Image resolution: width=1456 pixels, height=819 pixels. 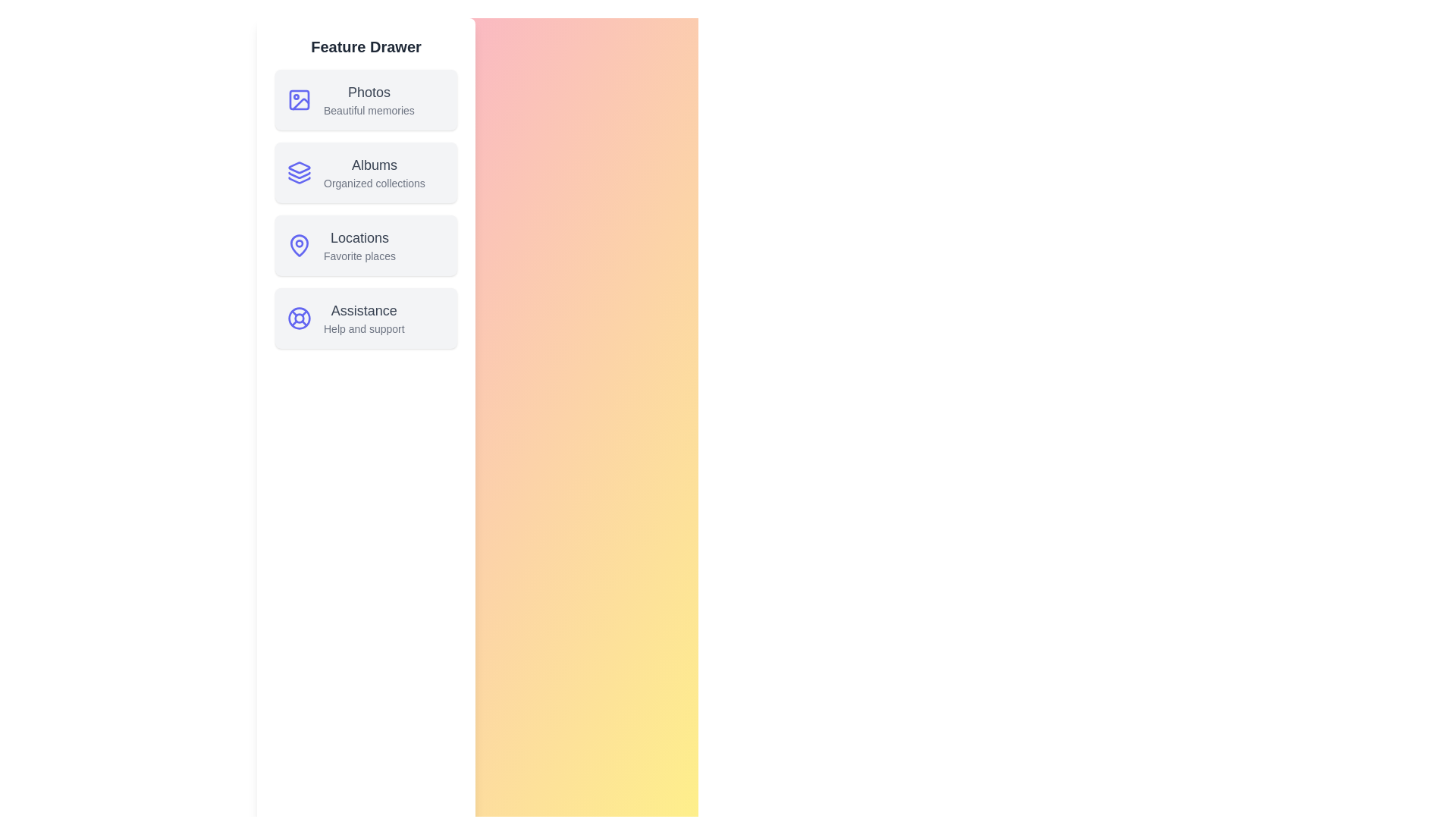 I want to click on the icon for Photos, so click(x=299, y=99).